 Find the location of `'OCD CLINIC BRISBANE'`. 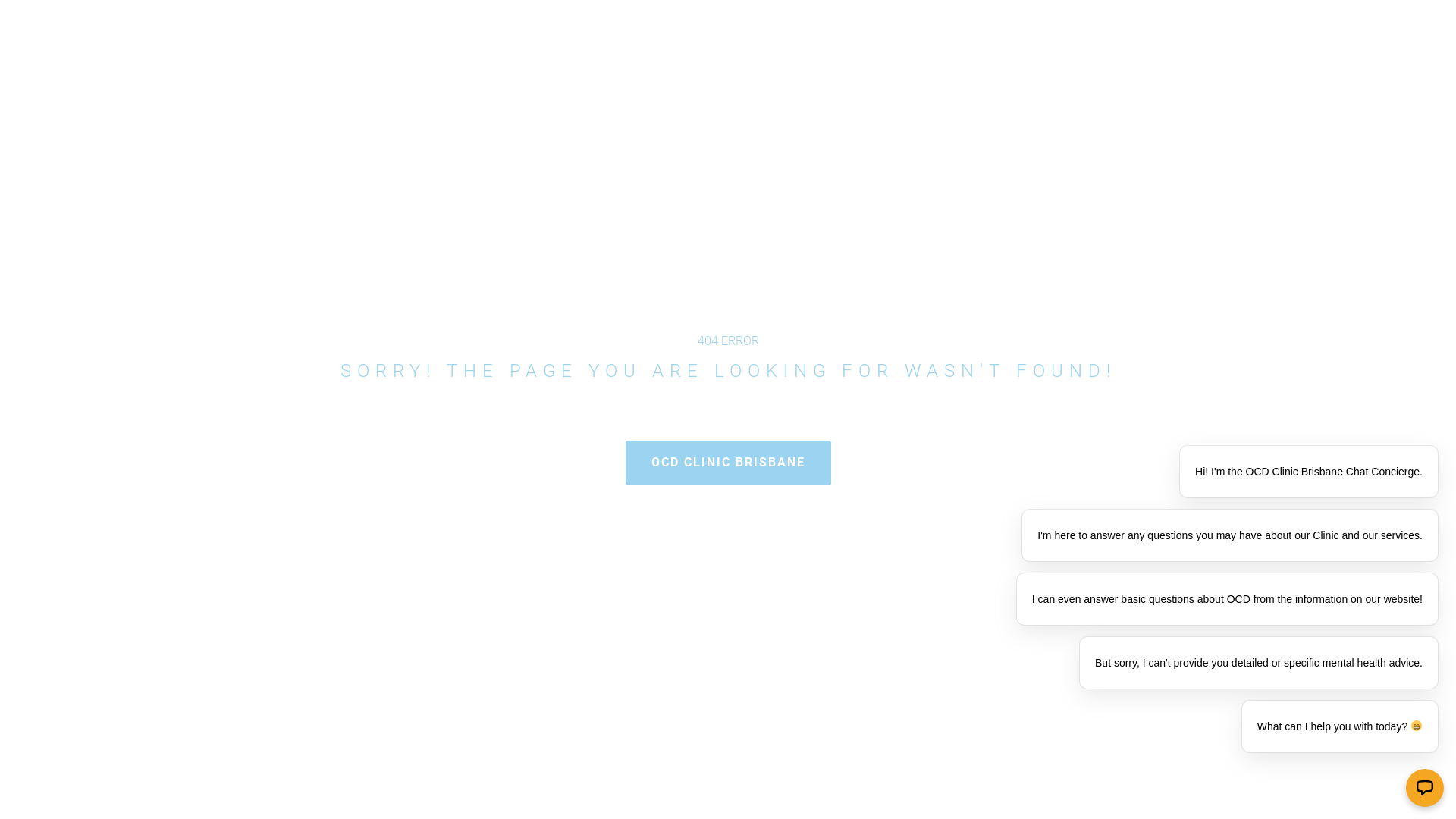

'OCD CLINIC BRISBANE' is located at coordinates (726, 461).